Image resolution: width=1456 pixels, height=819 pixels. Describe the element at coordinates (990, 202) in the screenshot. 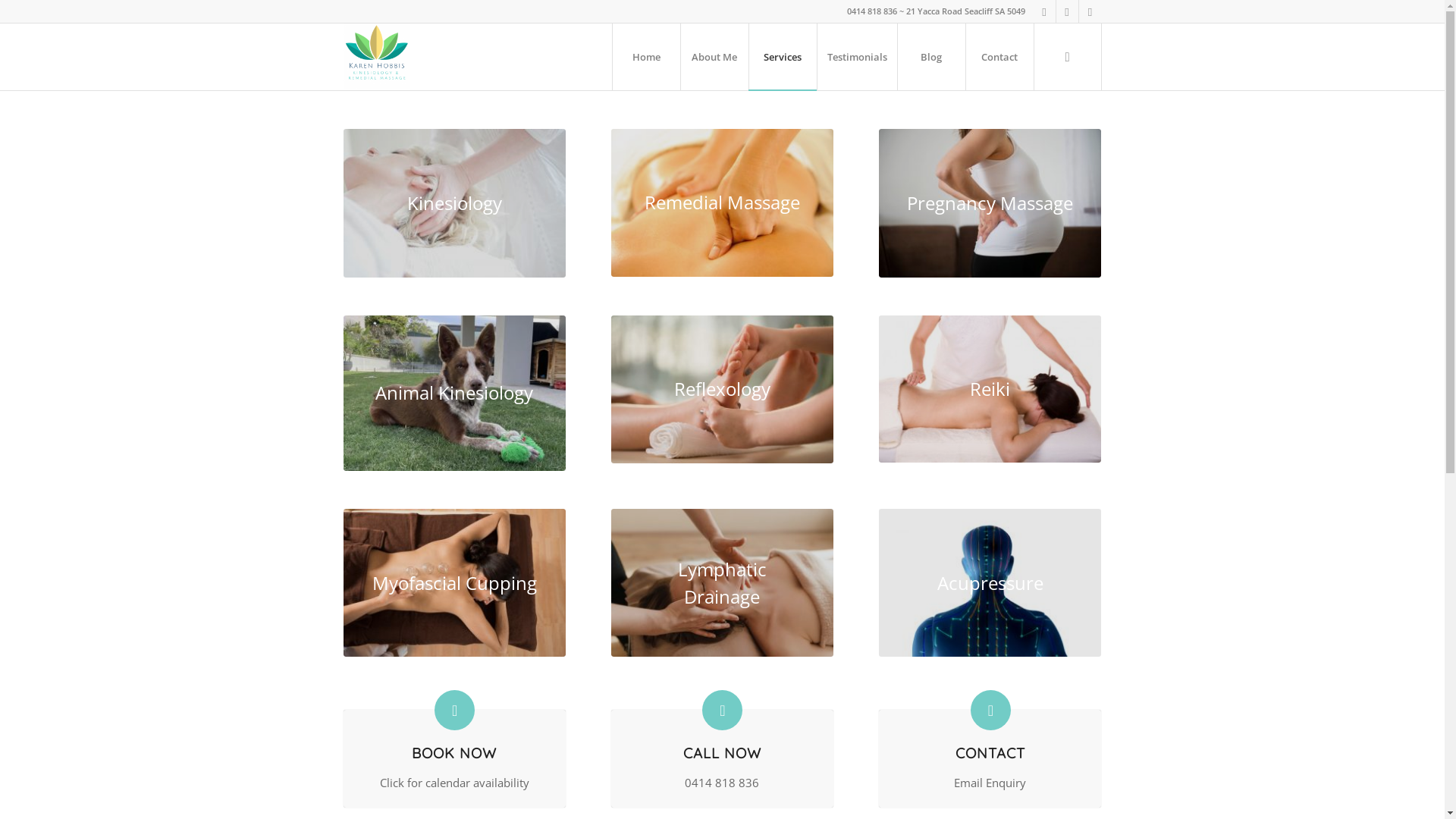

I see `'Pregnancy backache'` at that location.